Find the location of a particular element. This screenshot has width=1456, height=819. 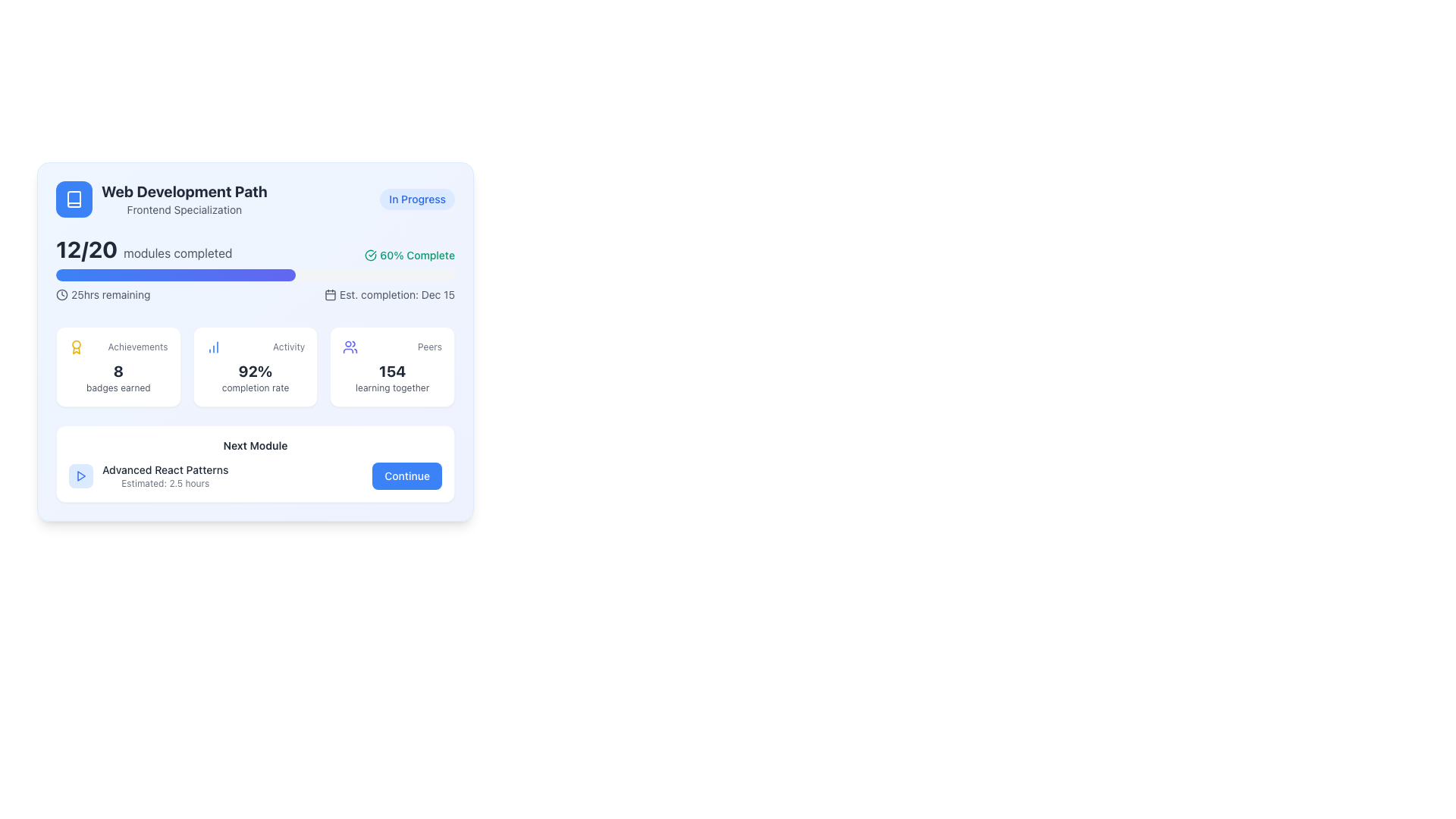

the icon styled with a white outline and a book symbol on a blue circular background located in the top left corner of the interface is located at coordinates (73, 198).